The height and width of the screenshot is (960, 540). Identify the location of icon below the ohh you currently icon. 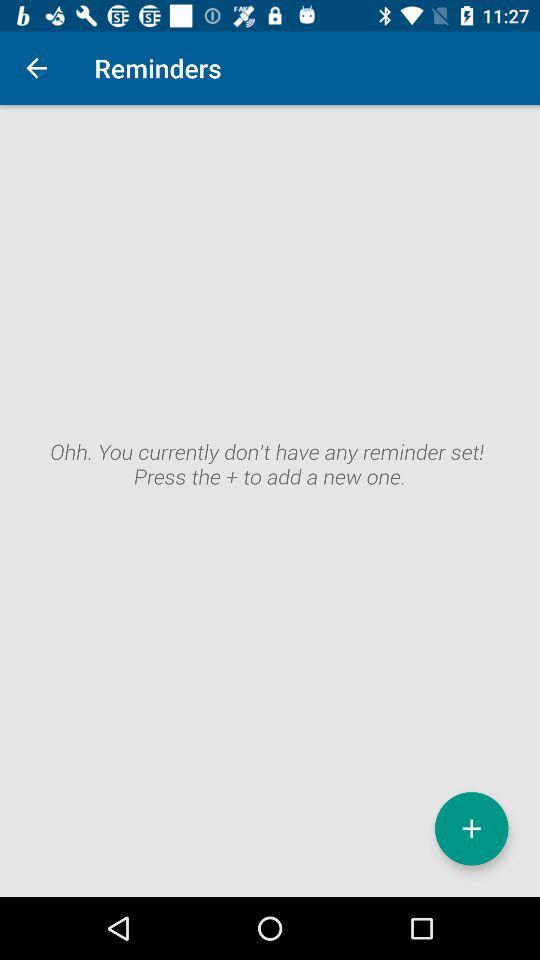
(471, 828).